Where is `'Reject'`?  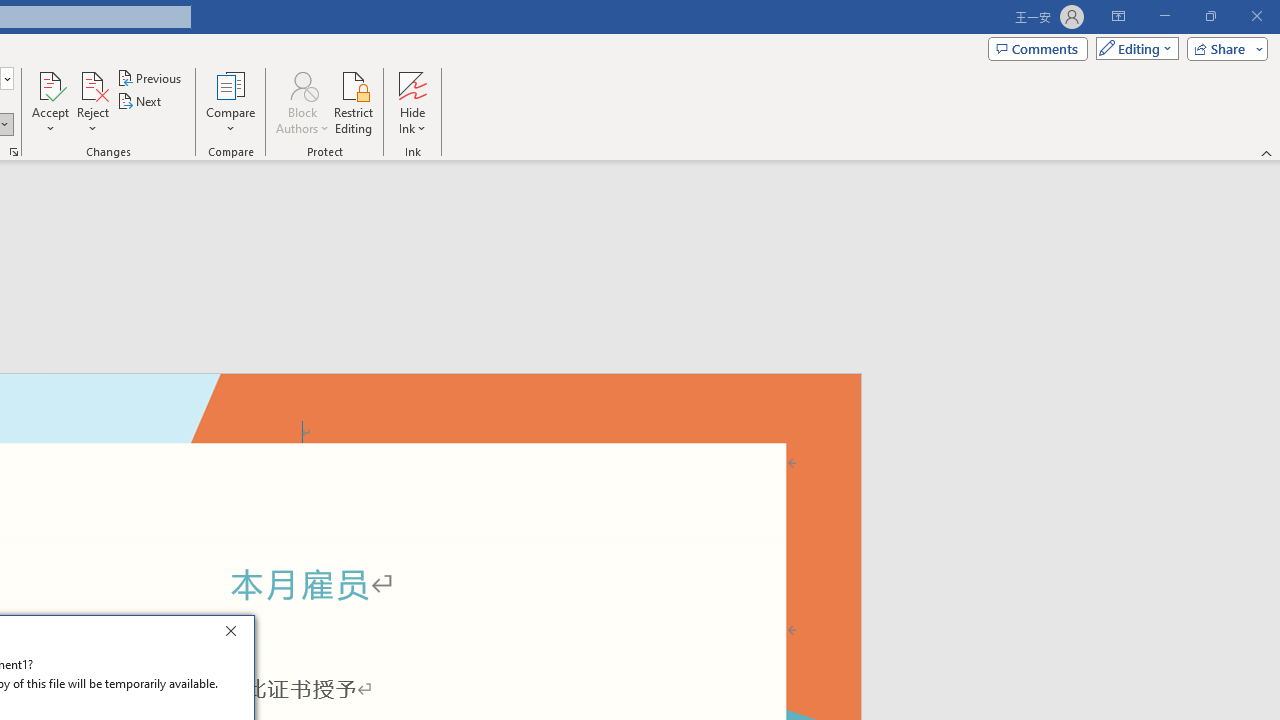 'Reject' is located at coordinates (91, 103).